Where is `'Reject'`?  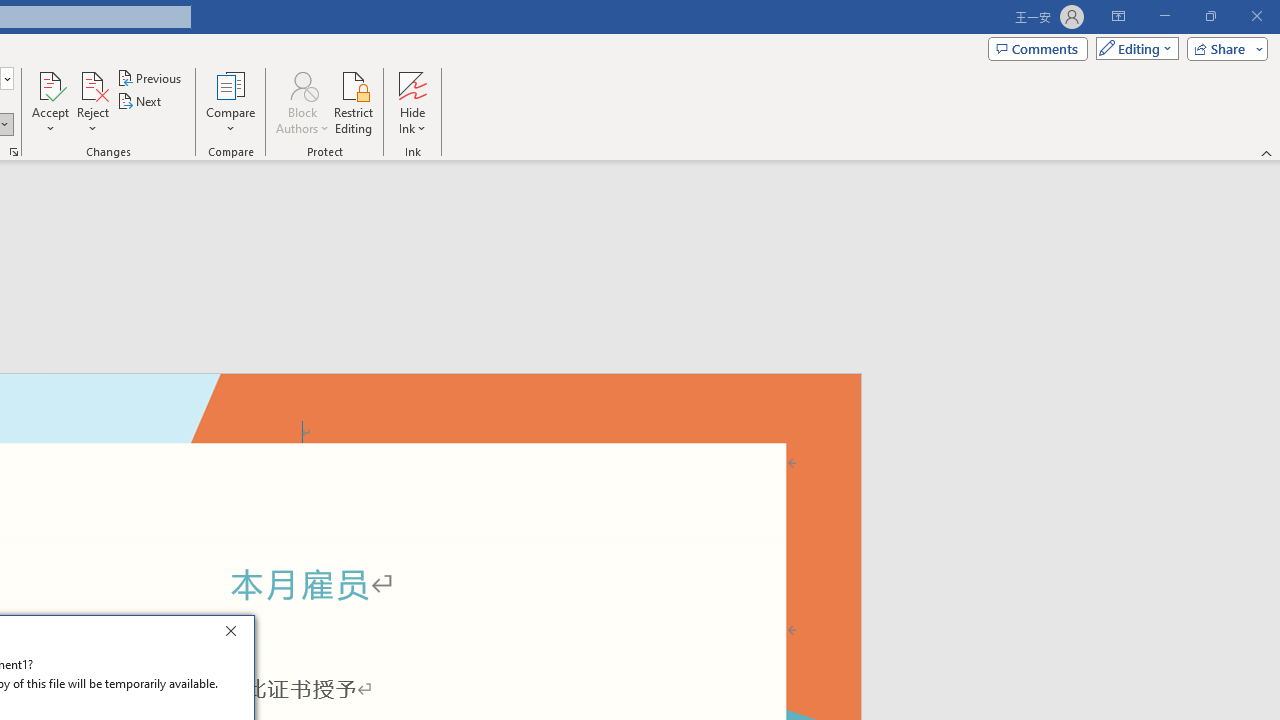 'Reject' is located at coordinates (91, 103).